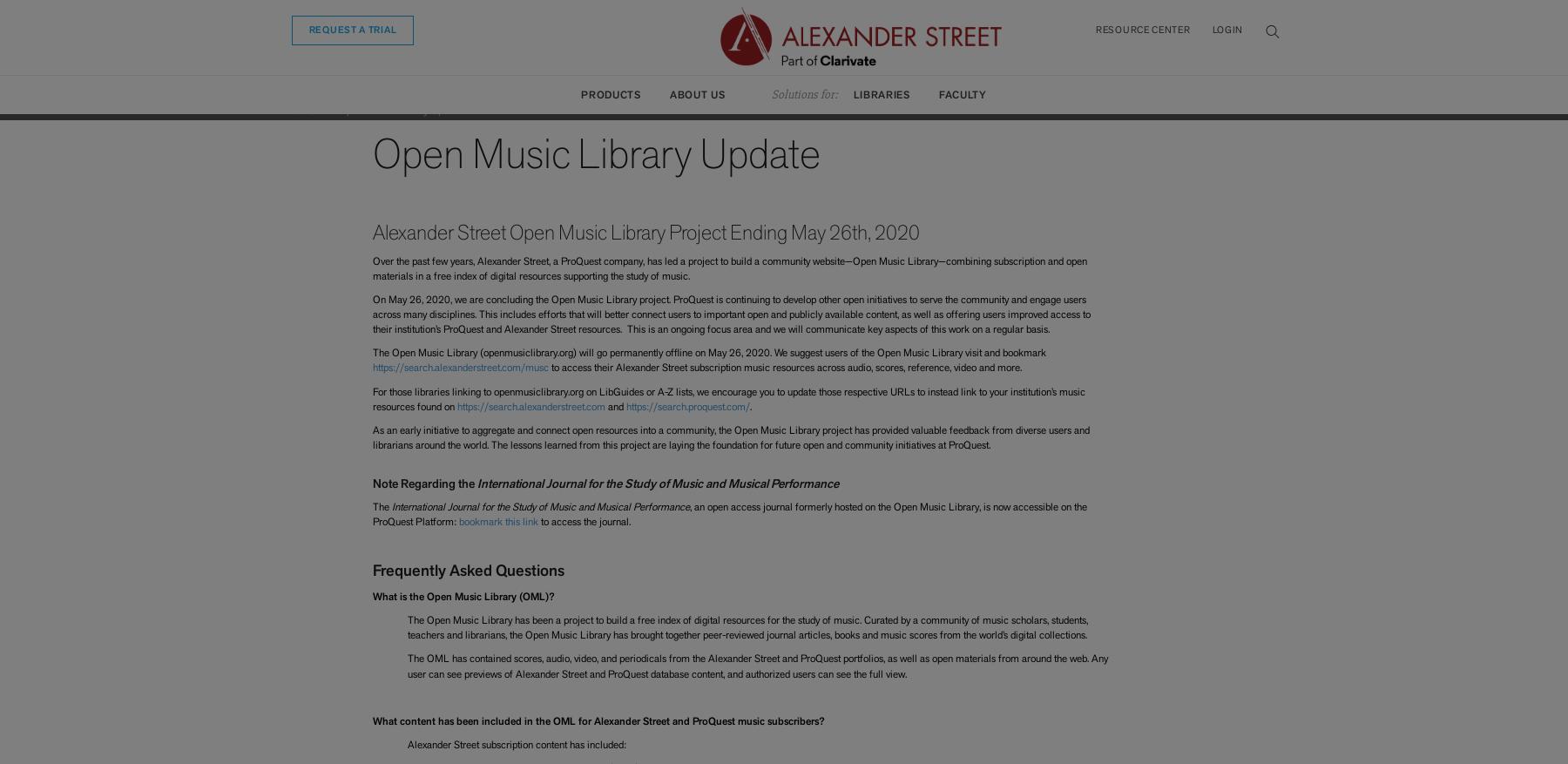 This screenshot has width=1568, height=764. I want to click on 'The Open Music Library (openmusiclibrary.org) will go permanently offline on May 26, 2020. We suggest users of the Open Music Library visit and bookmark', so click(371, 351).